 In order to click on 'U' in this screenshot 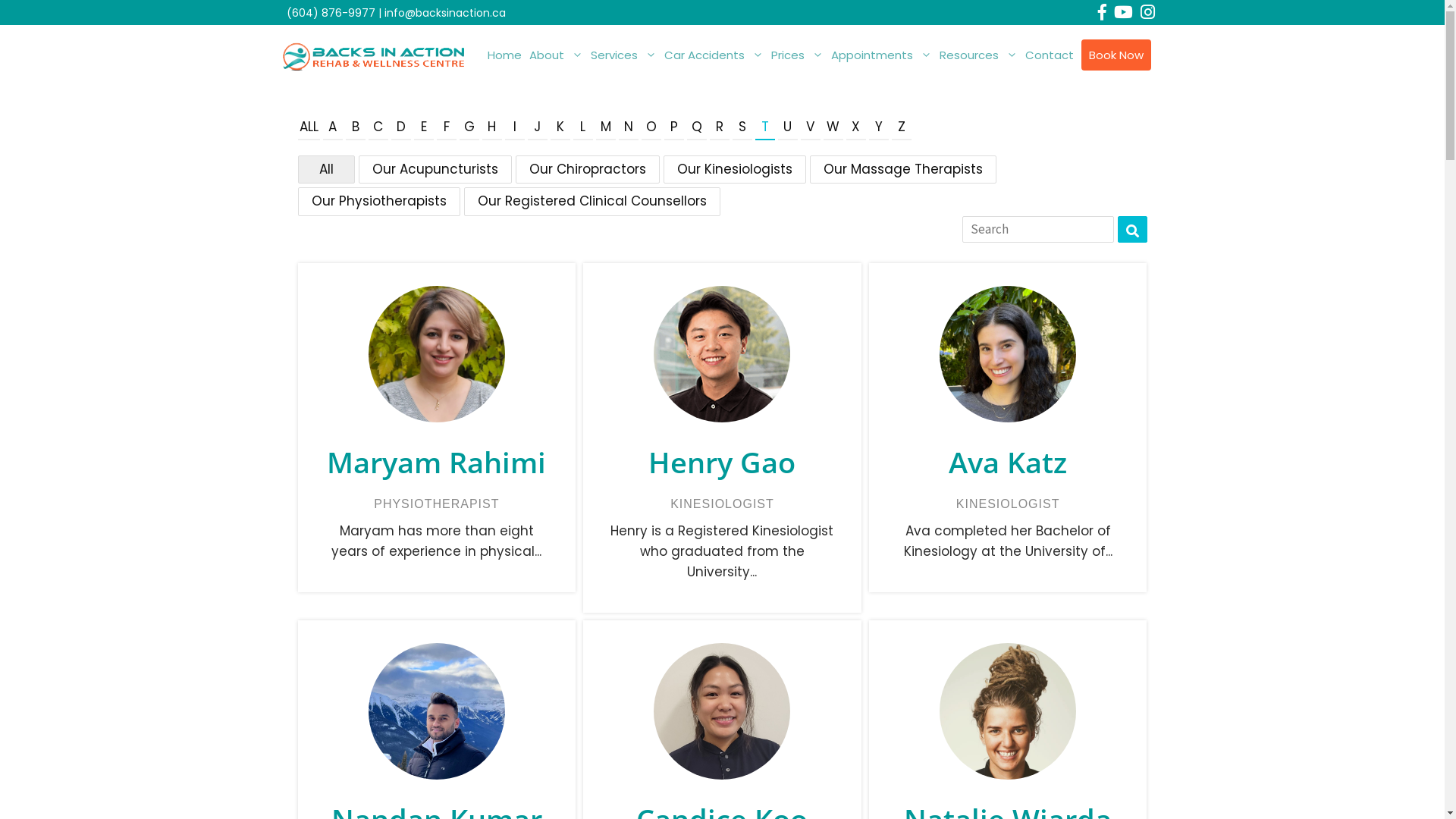, I will do `click(787, 127)`.